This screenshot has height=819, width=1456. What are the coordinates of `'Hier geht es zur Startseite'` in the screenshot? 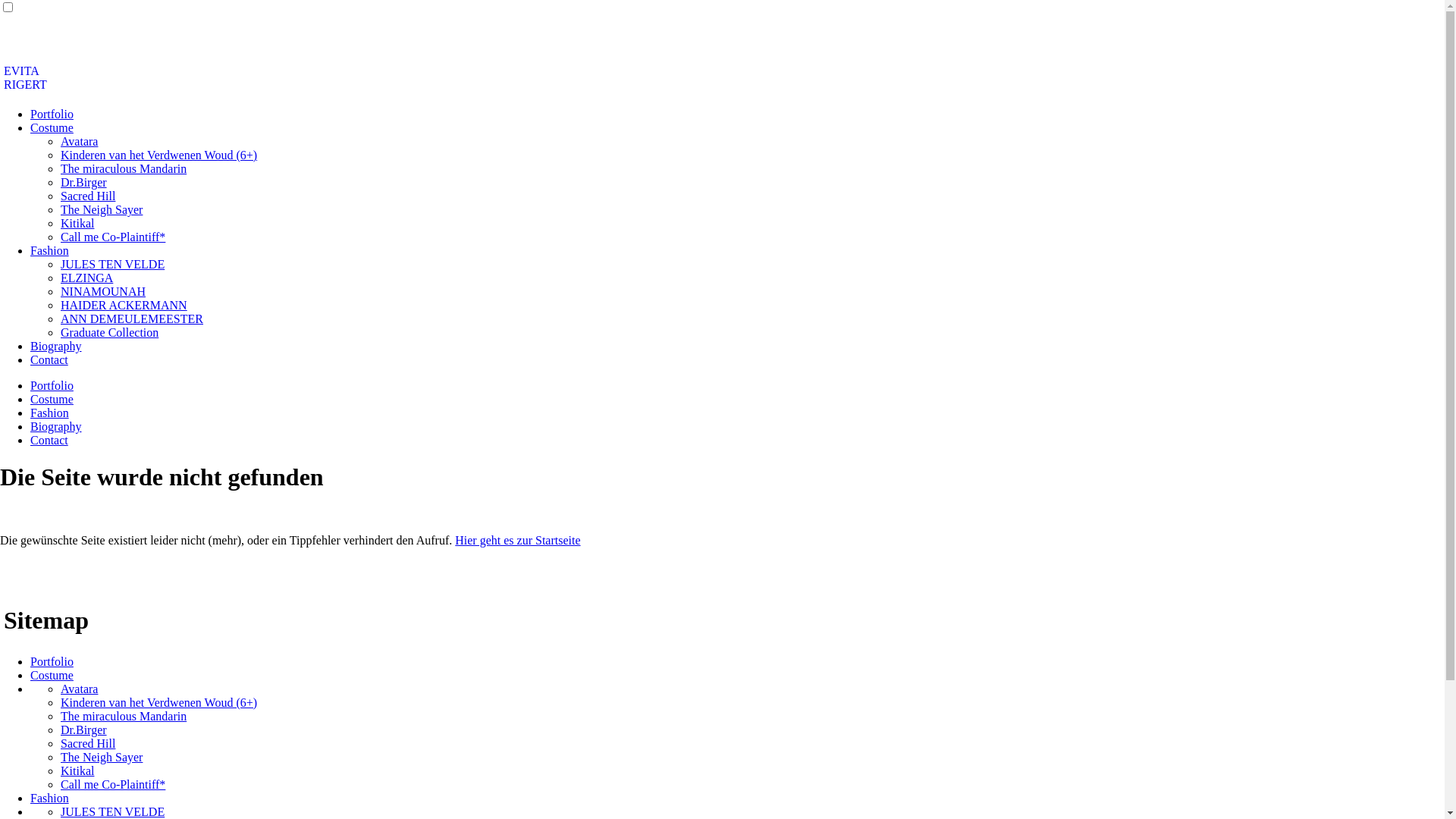 It's located at (517, 539).